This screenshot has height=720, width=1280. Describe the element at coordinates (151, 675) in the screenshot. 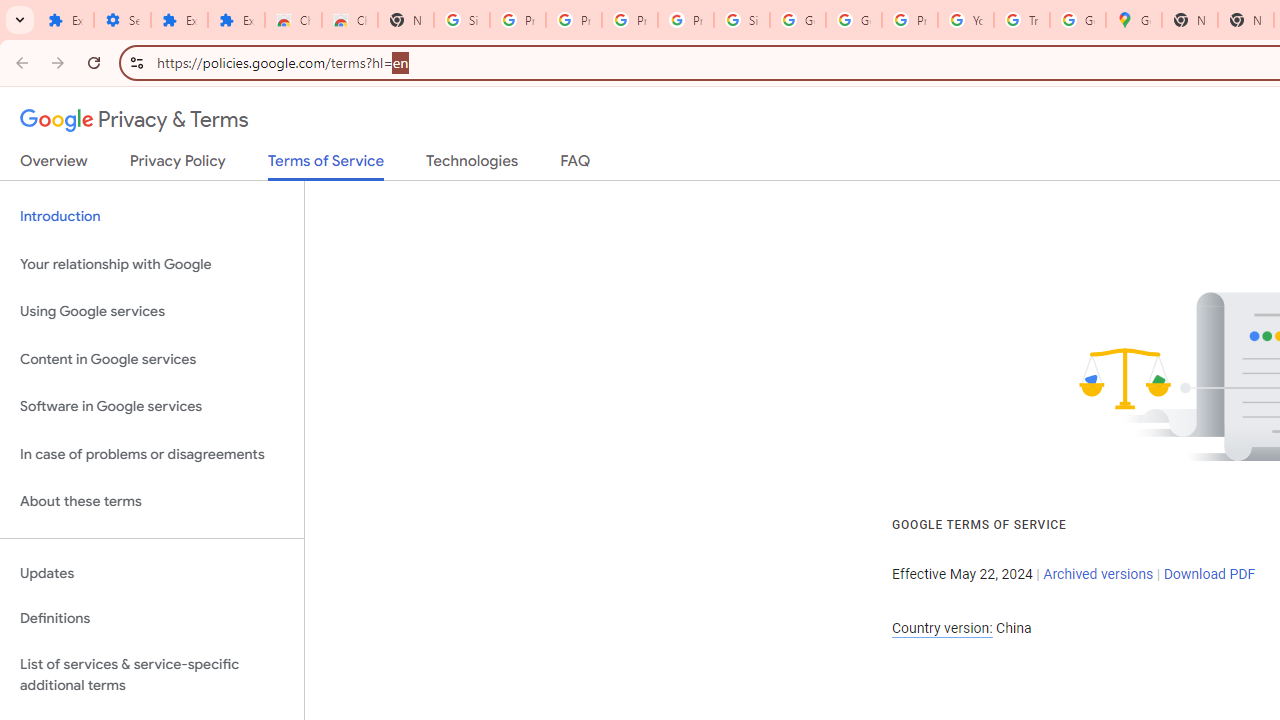

I see `'List of services & service-specific additional terms'` at that location.